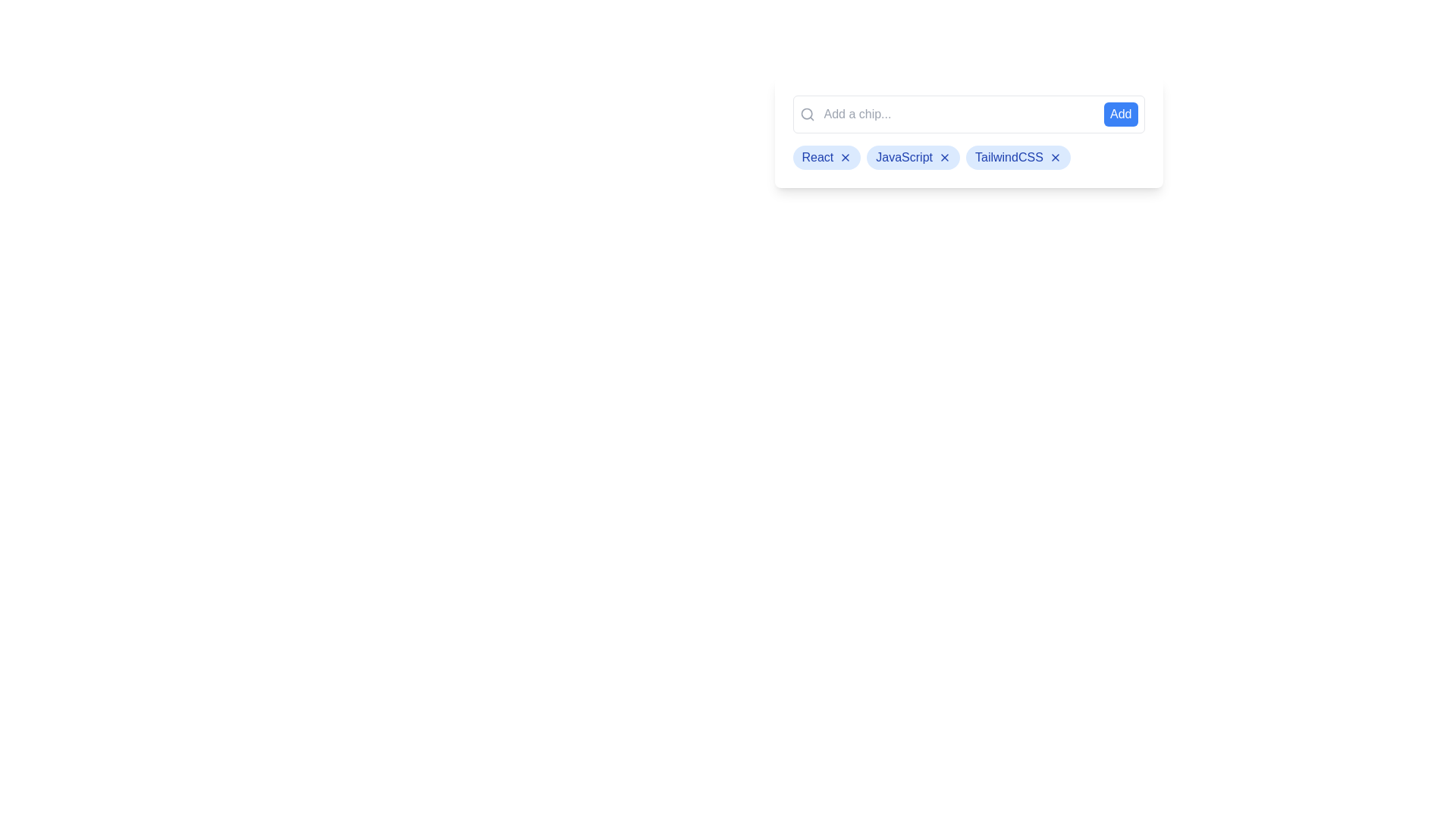 This screenshot has width=1456, height=819. What do you see at coordinates (944, 158) in the screenshot?
I see `'X' button on the chip labeled JavaScript to remove it` at bounding box center [944, 158].